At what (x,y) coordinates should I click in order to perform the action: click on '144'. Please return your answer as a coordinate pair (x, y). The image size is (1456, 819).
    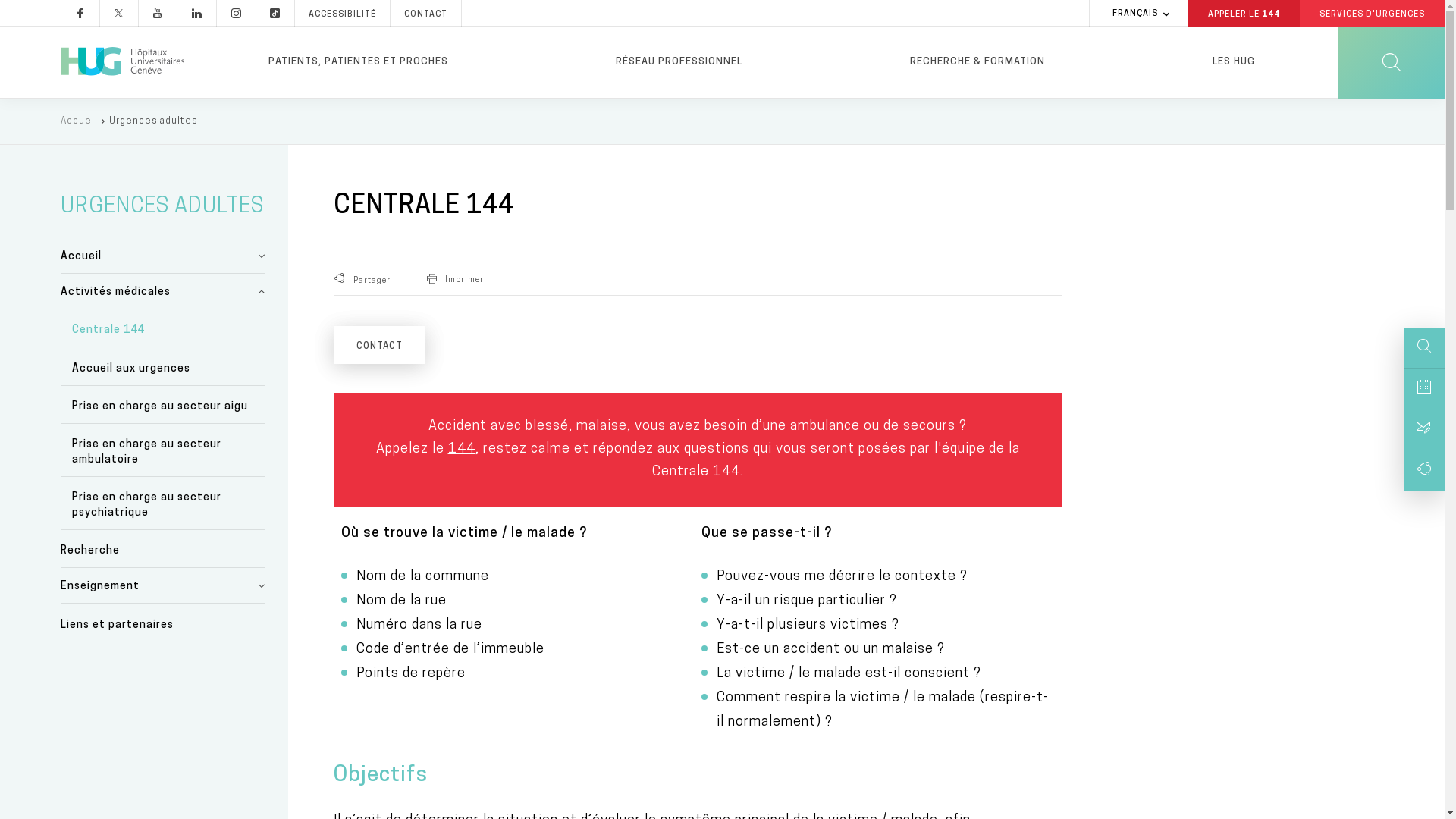
    Looking at the image, I should click on (460, 448).